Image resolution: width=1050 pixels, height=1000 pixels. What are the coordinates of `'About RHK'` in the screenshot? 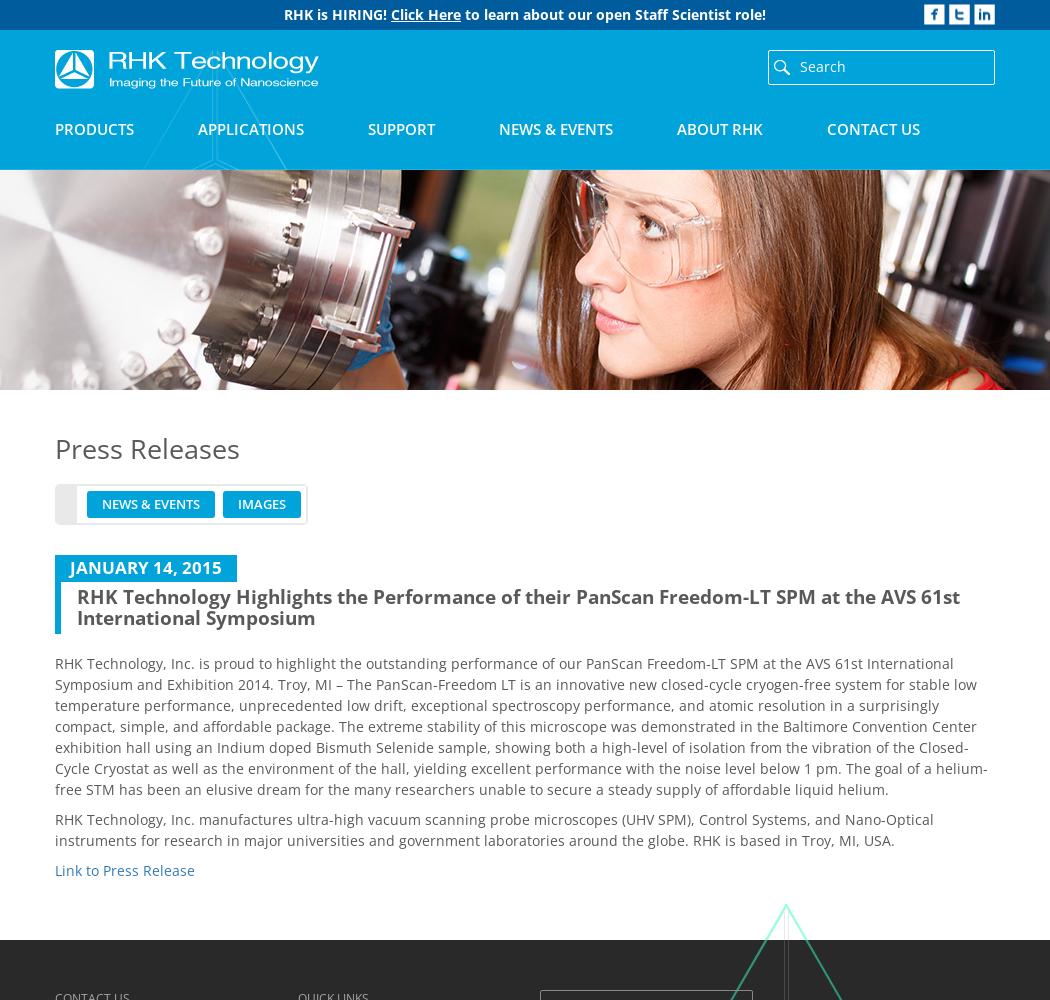 It's located at (677, 129).